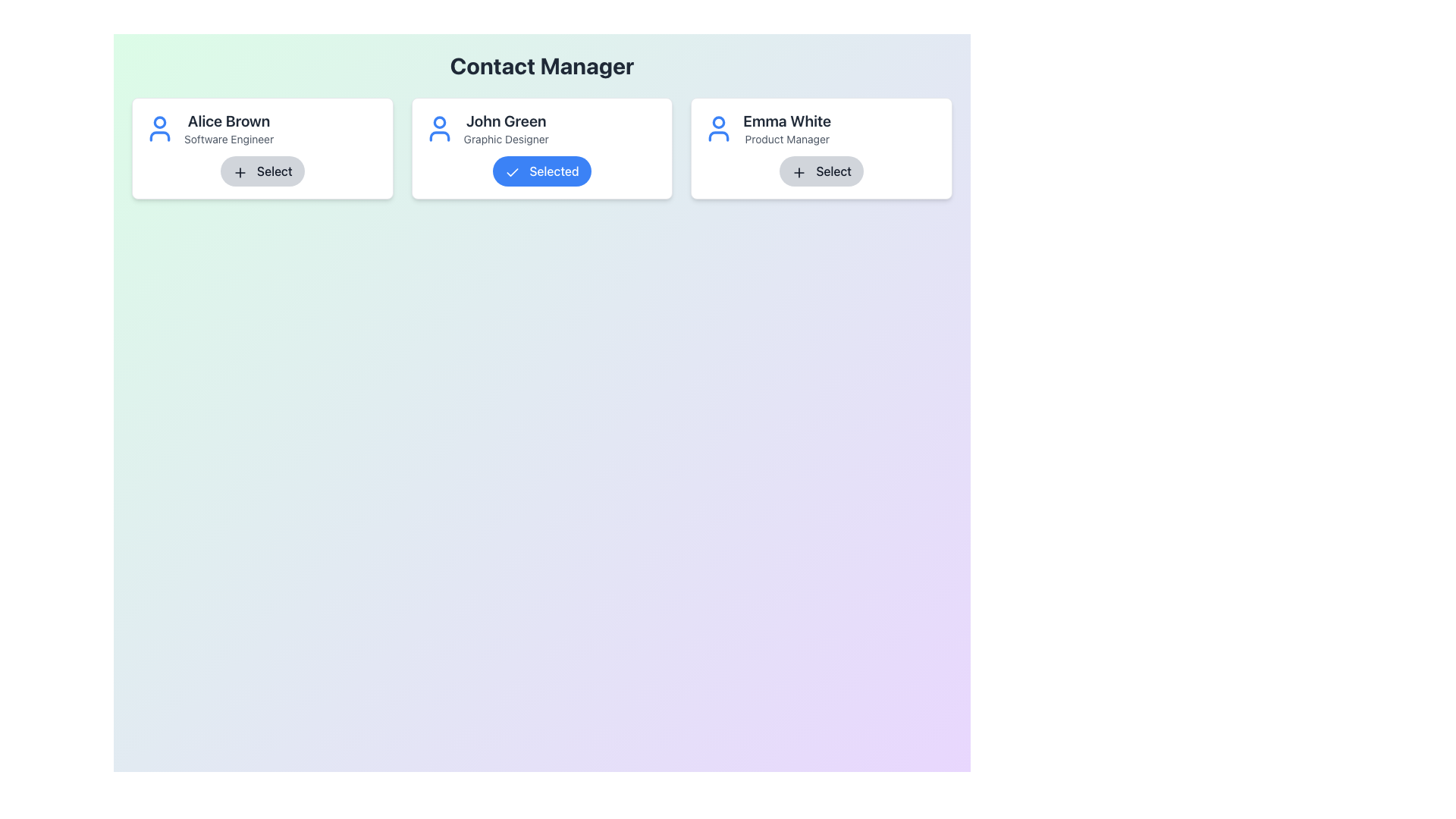 The width and height of the screenshot is (1456, 819). I want to click on the text label displaying 'Product Manager' located beneath the name 'Emma White' within the card on the top-right of the interface, so click(787, 140).